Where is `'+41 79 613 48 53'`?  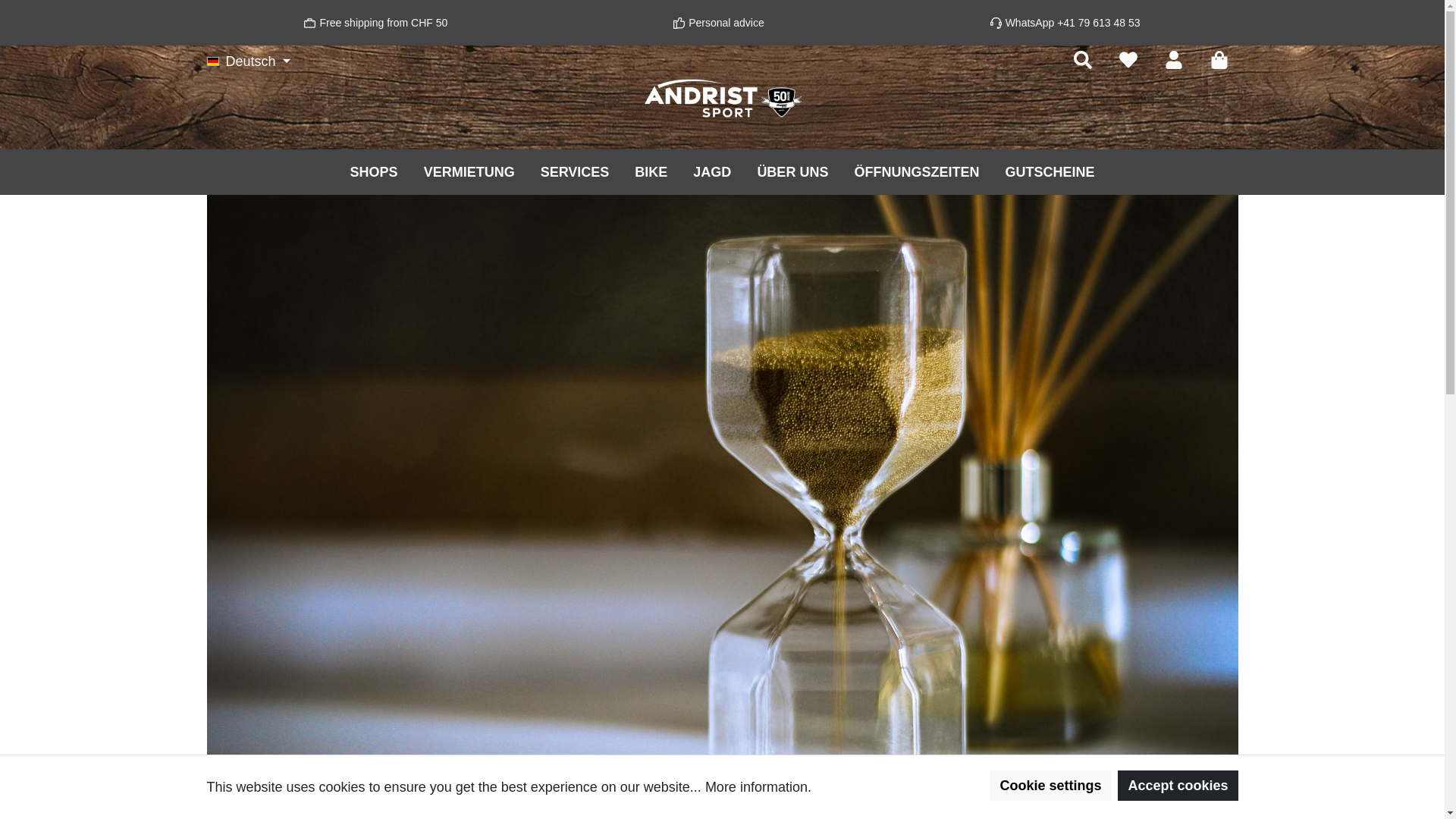 '+41 79 613 48 53' is located at coordinates (1098, 23).